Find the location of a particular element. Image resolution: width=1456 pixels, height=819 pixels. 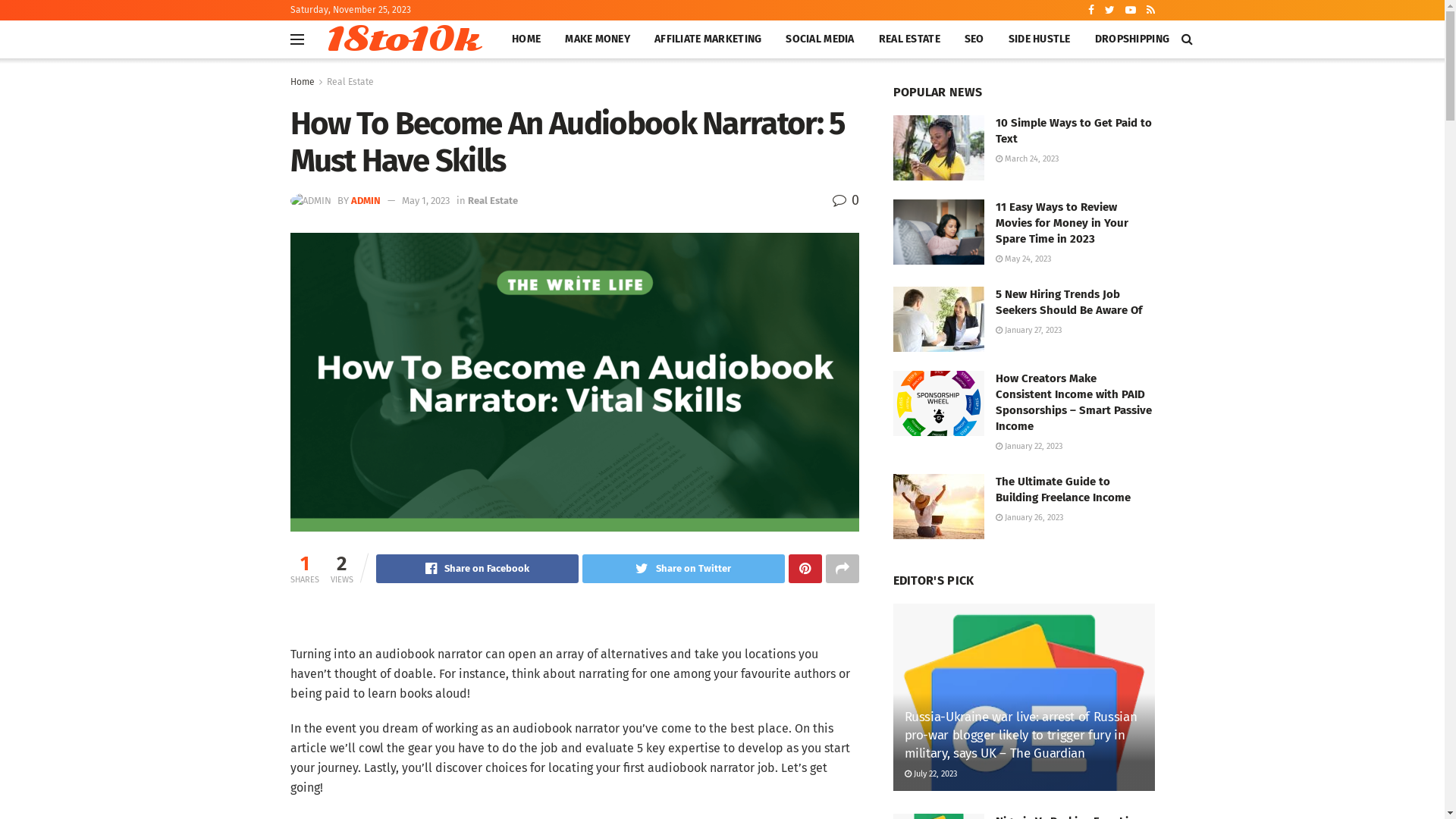

'5 New Hiring Trends Job Seekers Should Be Aware Of' is located at coordinates (1067, 302).